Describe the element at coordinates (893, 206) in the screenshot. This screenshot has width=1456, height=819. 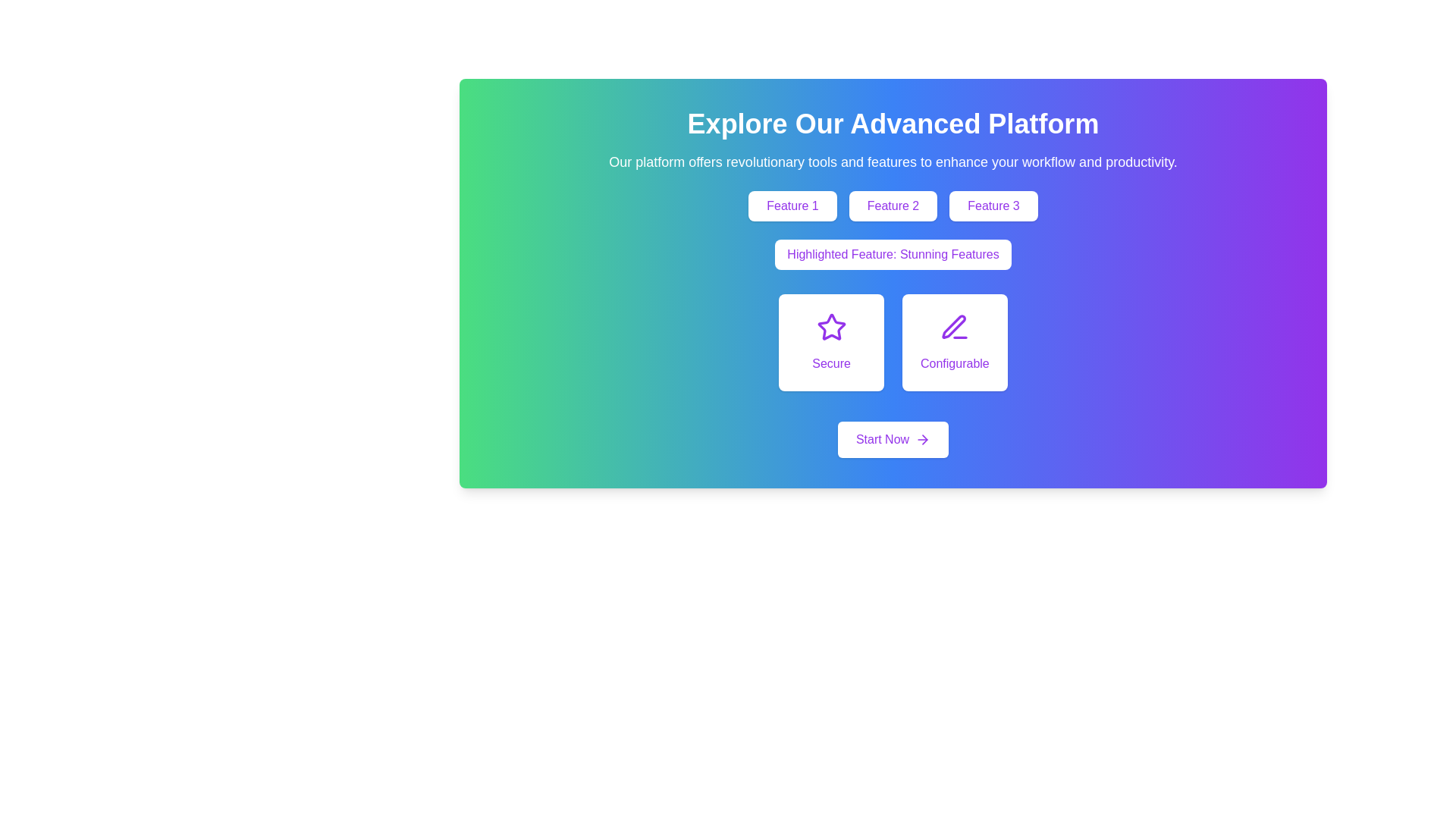
I see `the 'Feature 2' button, which is a rectangular button with rounded edges and a white background, located beneath the heading 'Explore Our Advanced Platform'` at that location.